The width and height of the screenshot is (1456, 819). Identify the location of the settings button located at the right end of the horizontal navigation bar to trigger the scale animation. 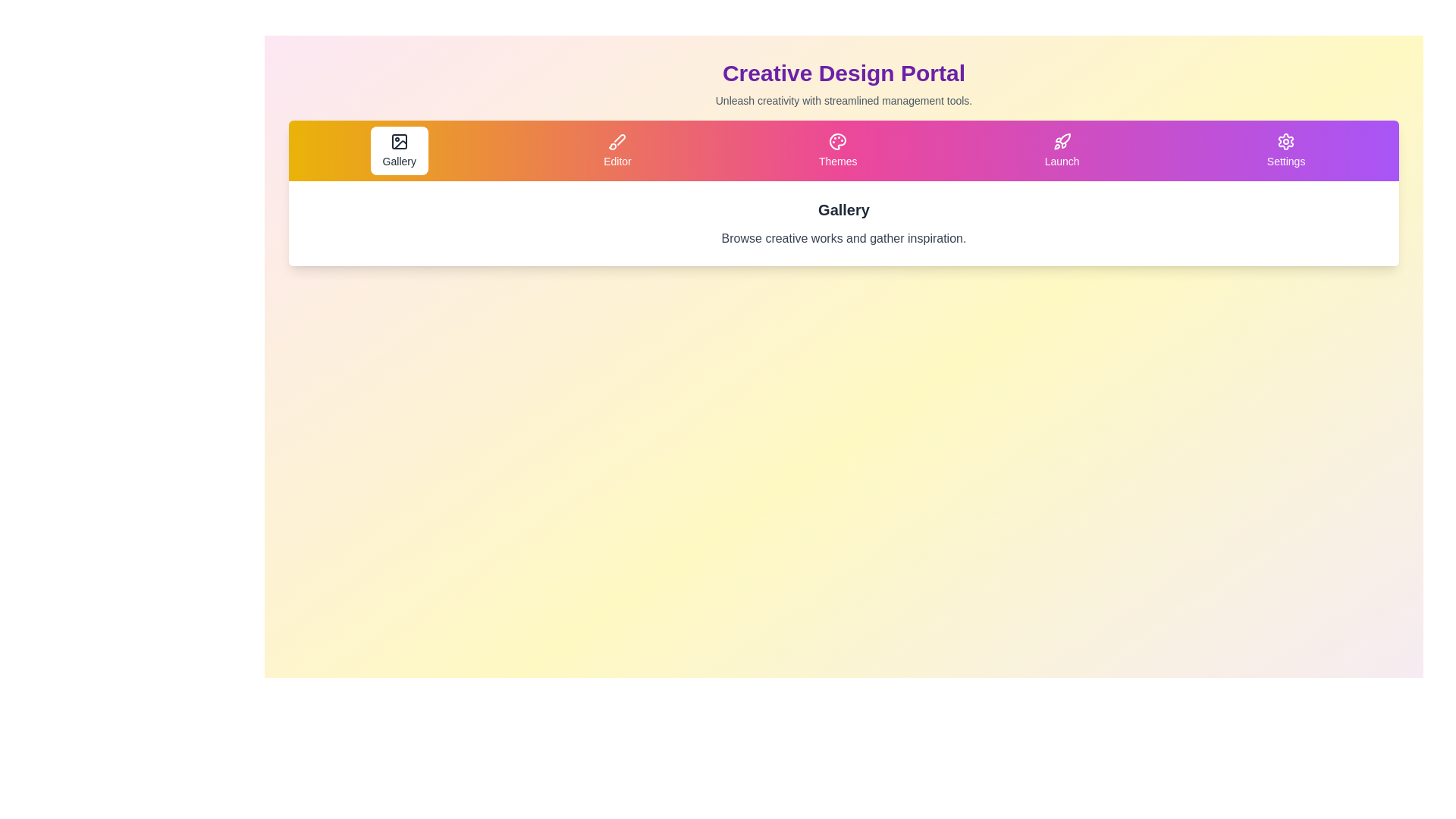
(1285, 151).